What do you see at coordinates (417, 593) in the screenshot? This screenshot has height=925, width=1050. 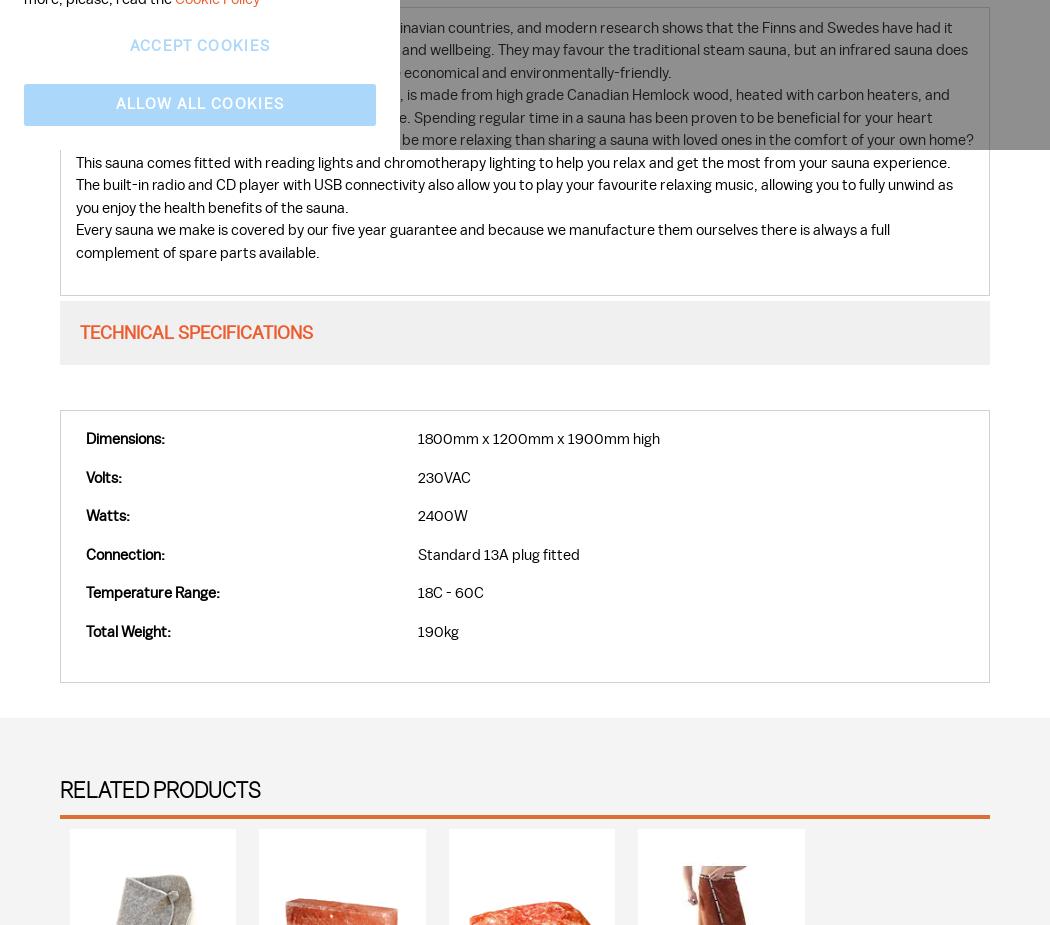 I see `'18C - 60C'` at bounding box center [417, 593].